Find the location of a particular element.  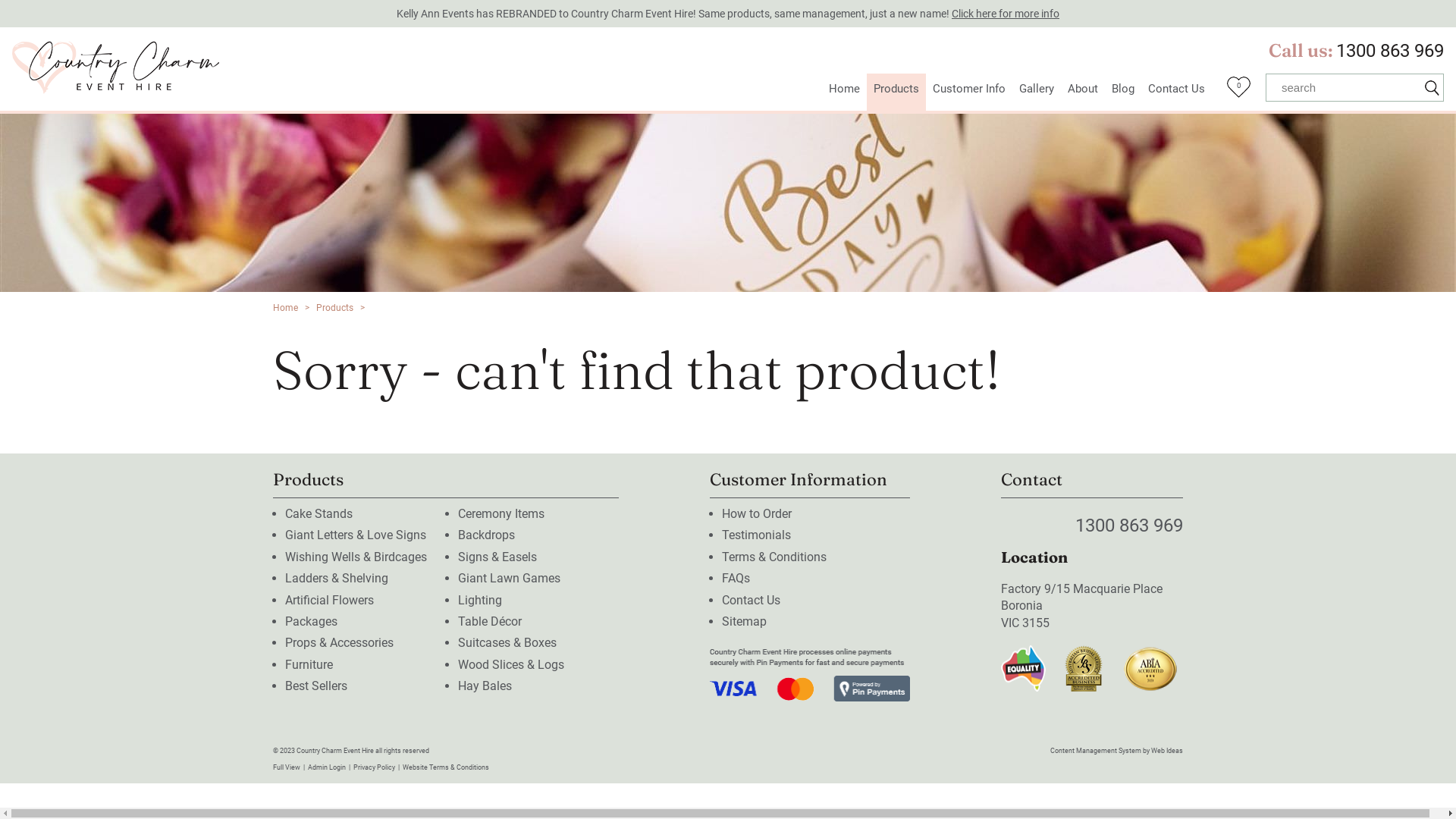

'Products' is located at coordinates (334, 307).